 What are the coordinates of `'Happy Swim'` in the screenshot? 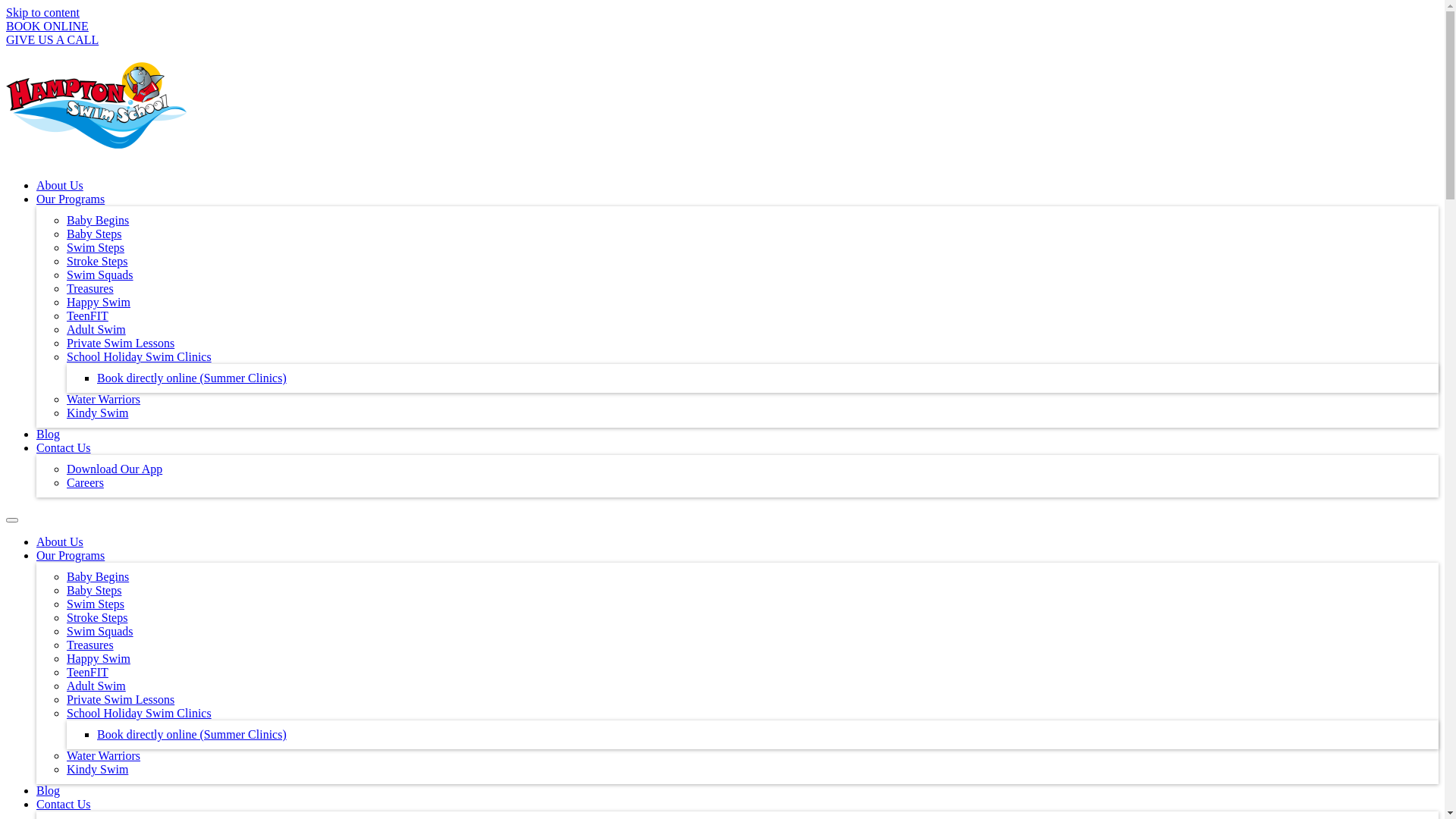 It's located at (97, 657).